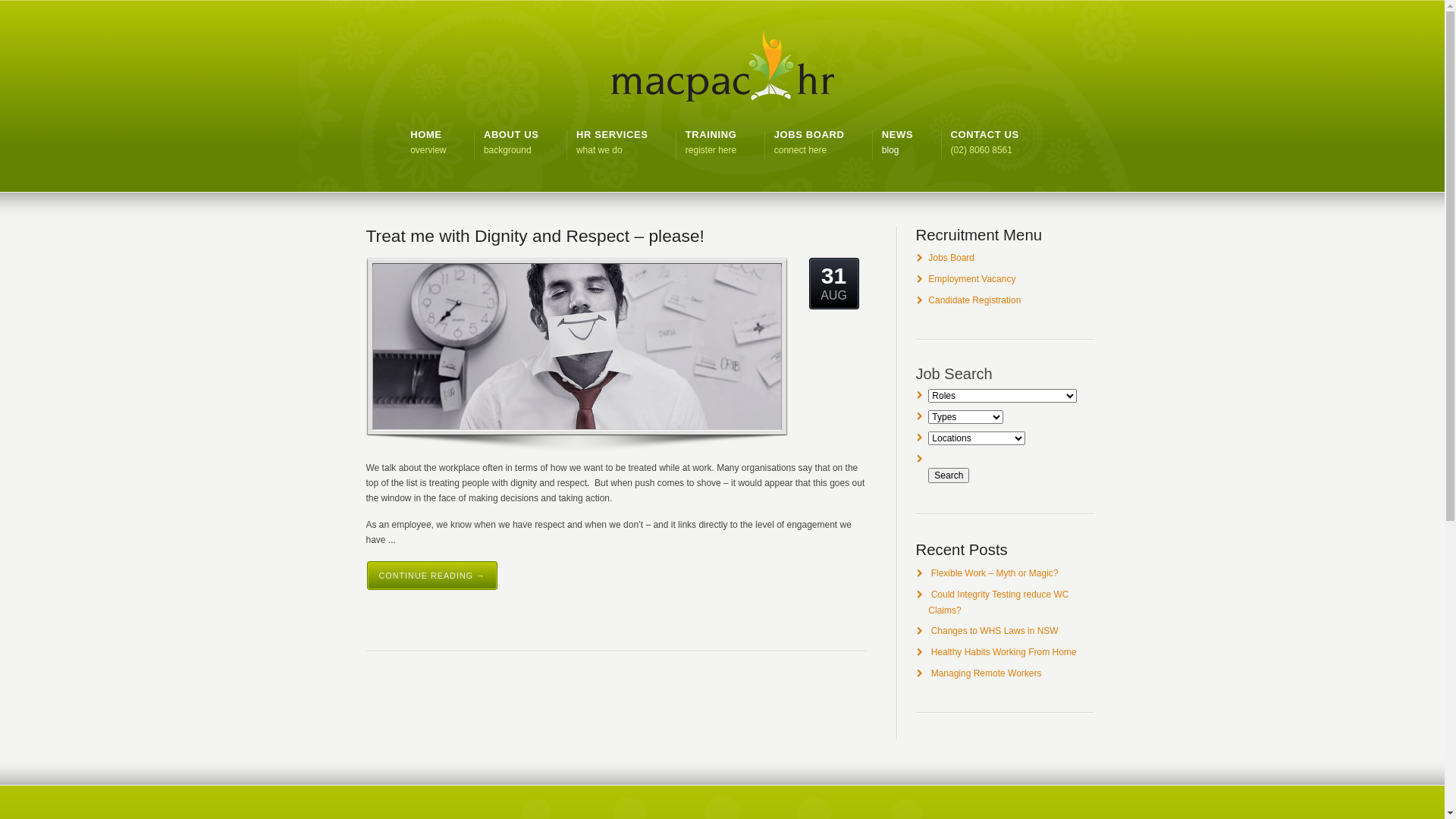 The height and width of the screenshot is (819, 1456). Describe the element at coordinates (927, 475) in the screenshot. I see `'Search'` at that location.